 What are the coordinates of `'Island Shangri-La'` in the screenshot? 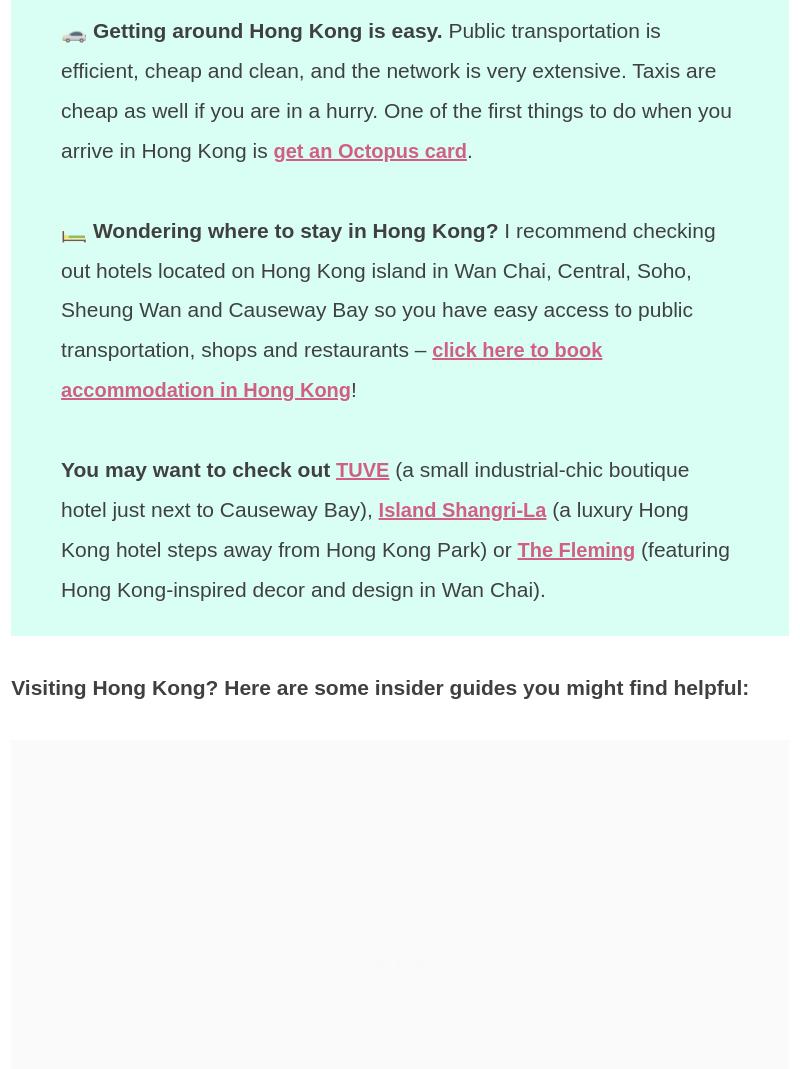 It's located at (465, 507).